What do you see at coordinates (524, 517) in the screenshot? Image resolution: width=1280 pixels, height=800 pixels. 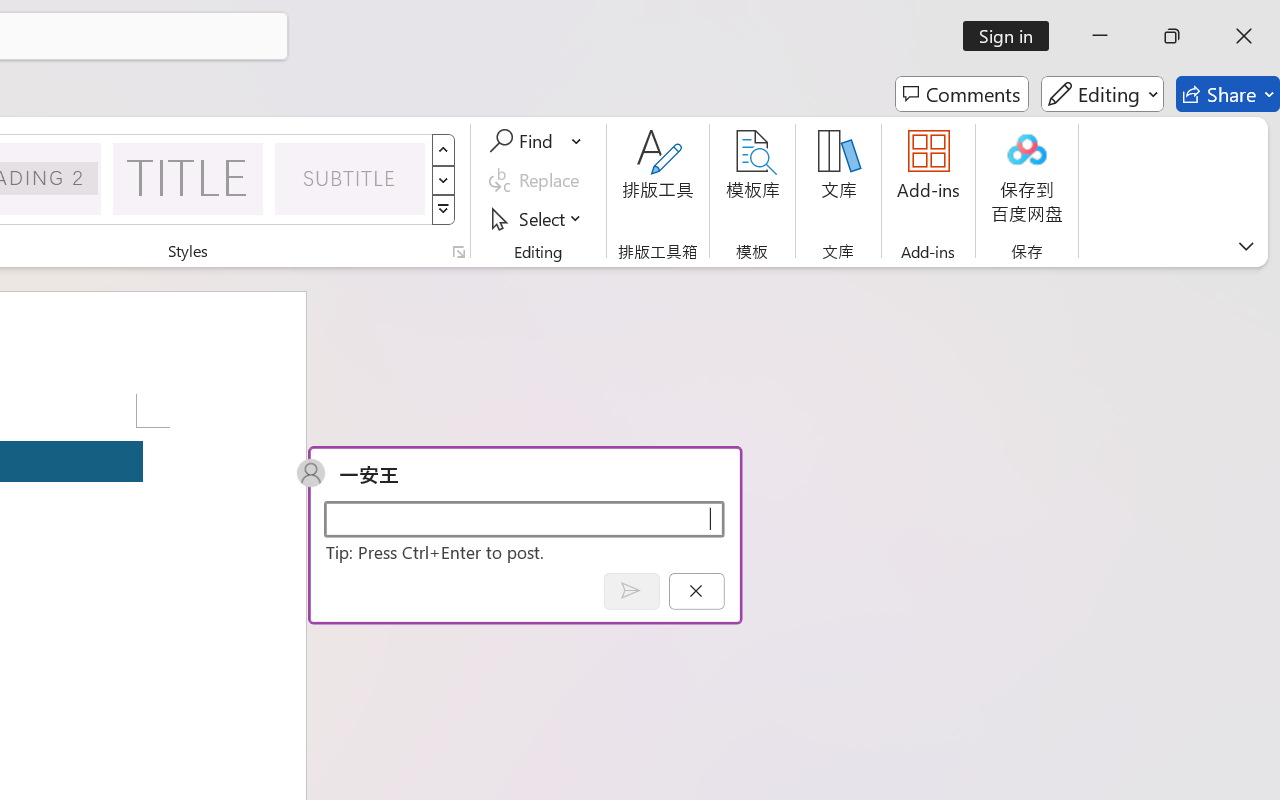 I see `'Start a conversation'` at bounding box center [524, 517].